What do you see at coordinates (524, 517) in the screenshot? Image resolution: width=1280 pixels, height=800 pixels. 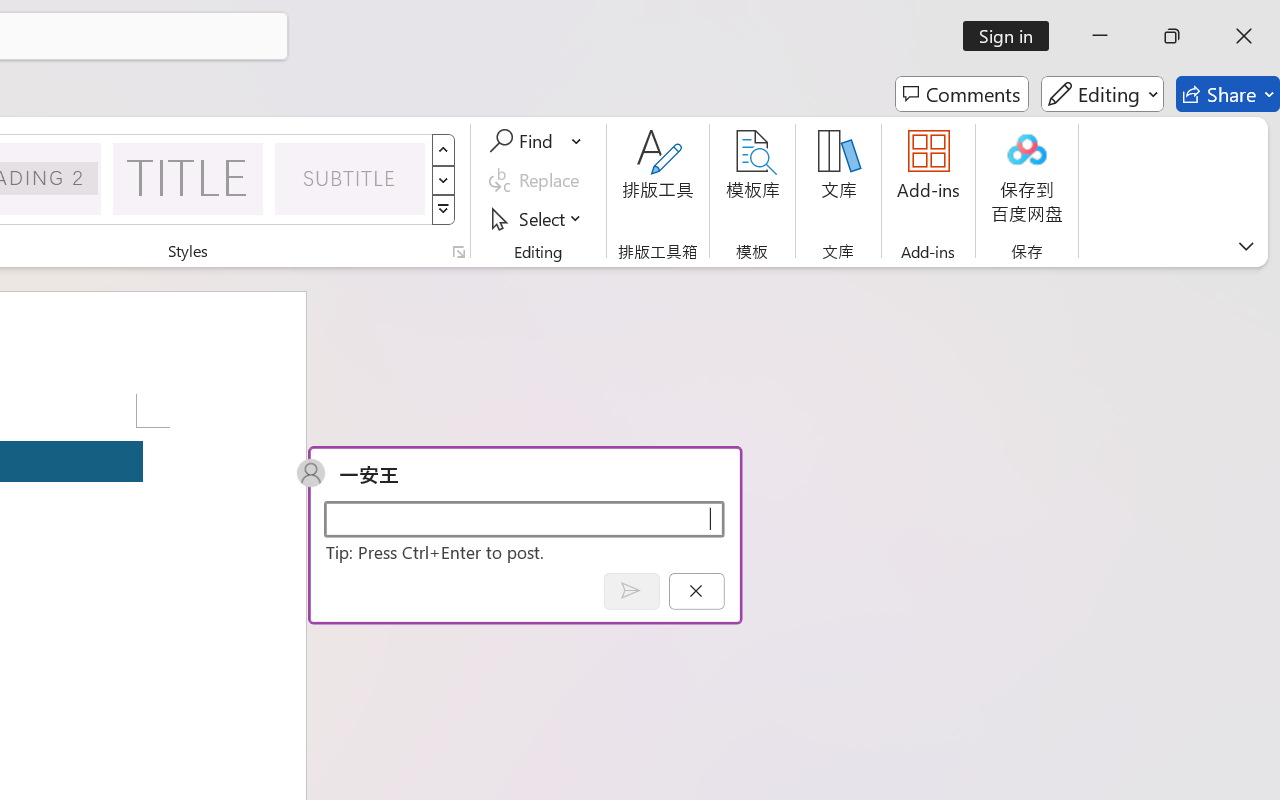 I see `'Start a conversation'` at bounding box center [524, 517].